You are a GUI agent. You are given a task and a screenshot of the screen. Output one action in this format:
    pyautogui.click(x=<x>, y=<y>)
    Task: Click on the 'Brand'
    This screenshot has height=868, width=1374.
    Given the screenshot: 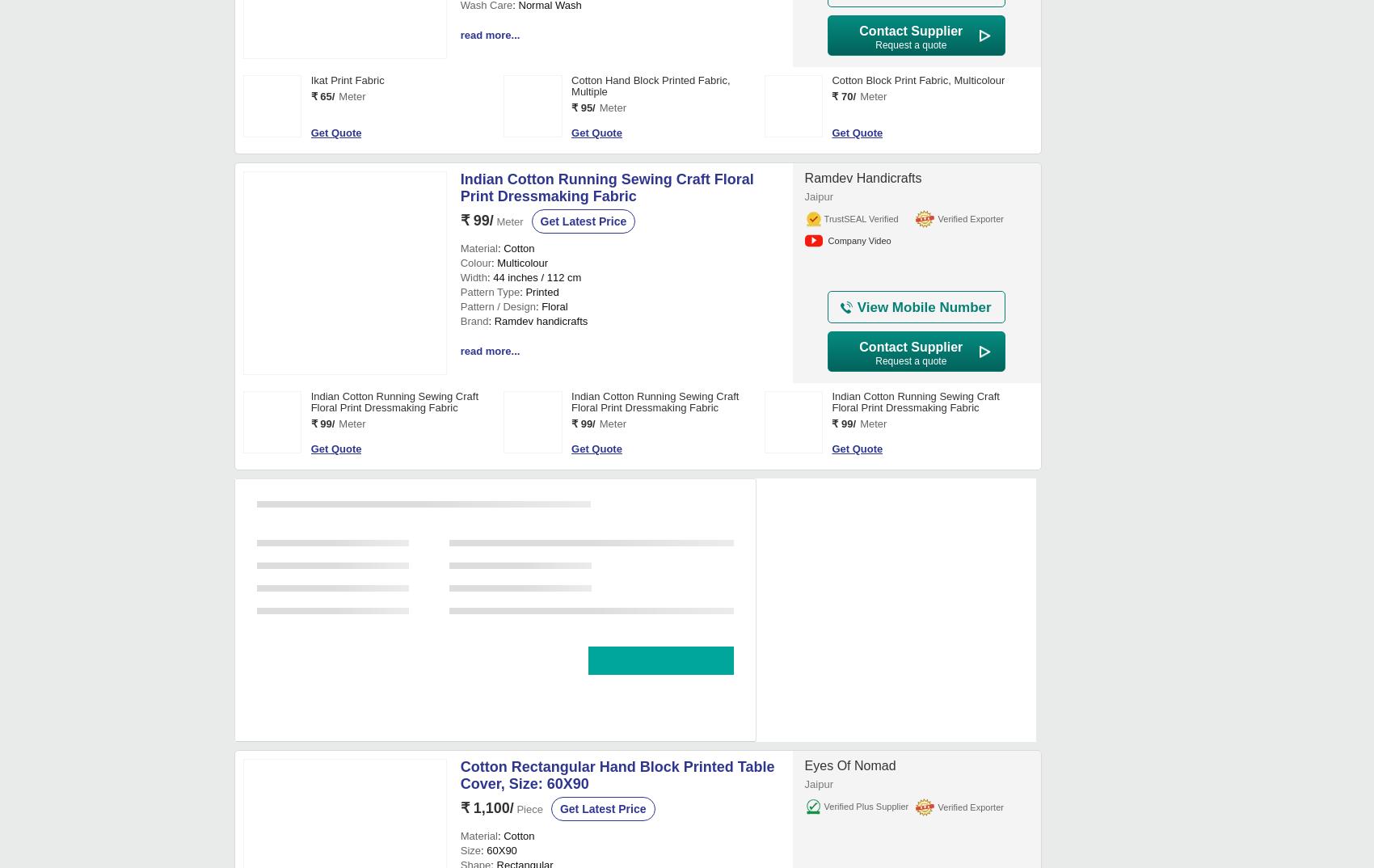 What is the action you would take?
    pyautogui.click(x=473, y=815)
    